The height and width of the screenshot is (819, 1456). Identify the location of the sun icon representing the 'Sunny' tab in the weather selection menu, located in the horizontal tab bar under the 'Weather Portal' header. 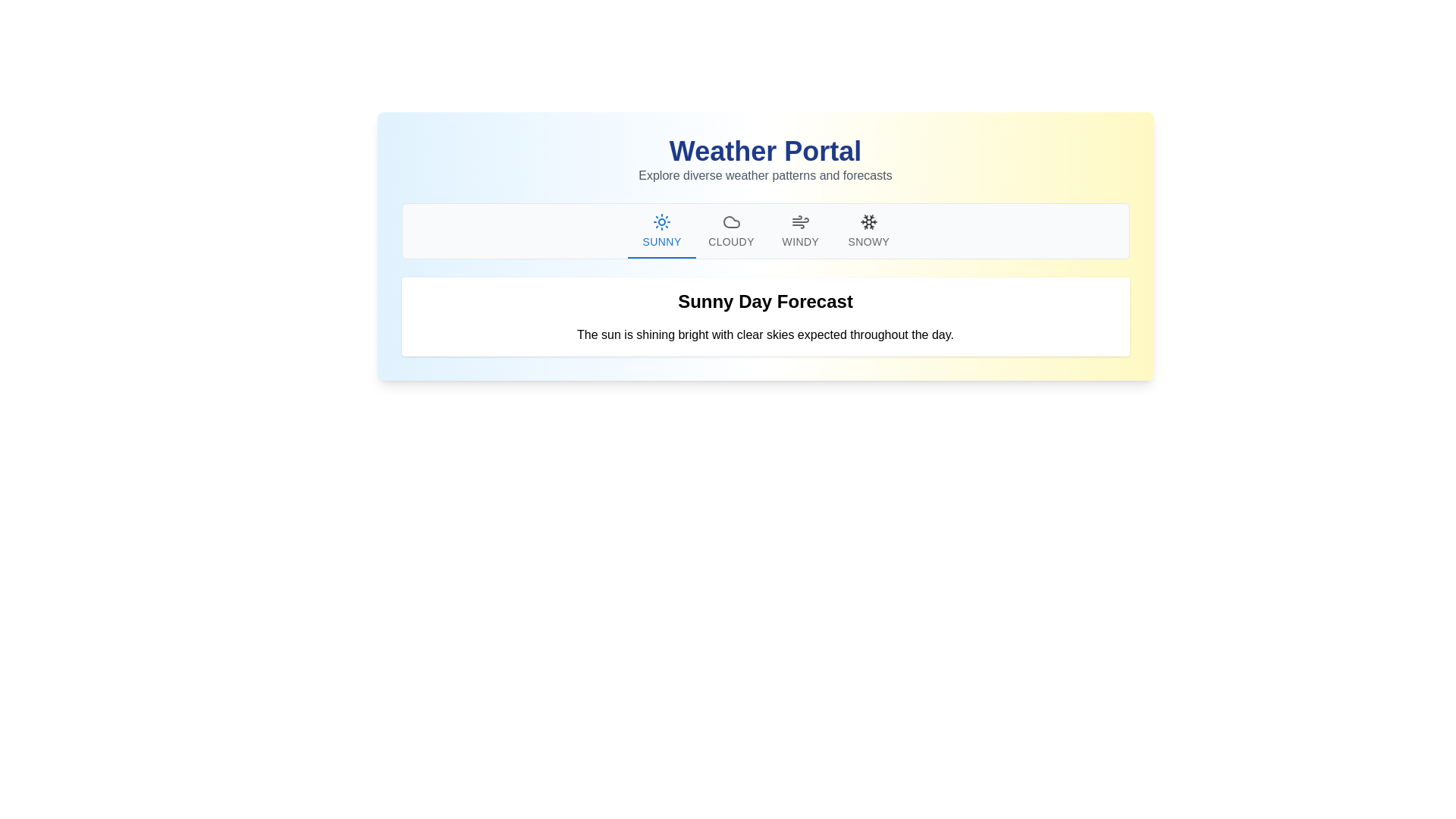
(662, 222).